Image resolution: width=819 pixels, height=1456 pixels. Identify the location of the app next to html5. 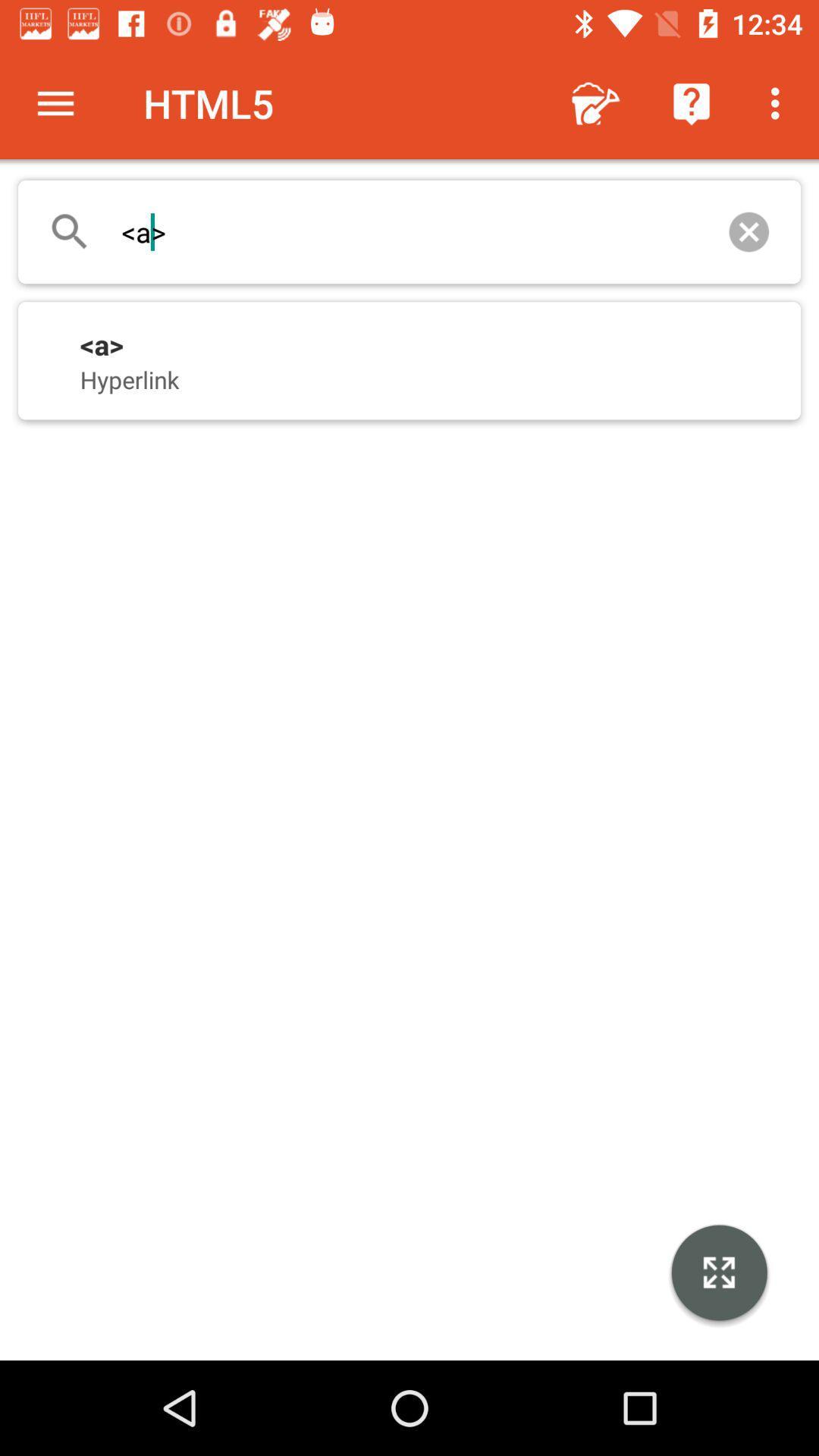
(55, 102).